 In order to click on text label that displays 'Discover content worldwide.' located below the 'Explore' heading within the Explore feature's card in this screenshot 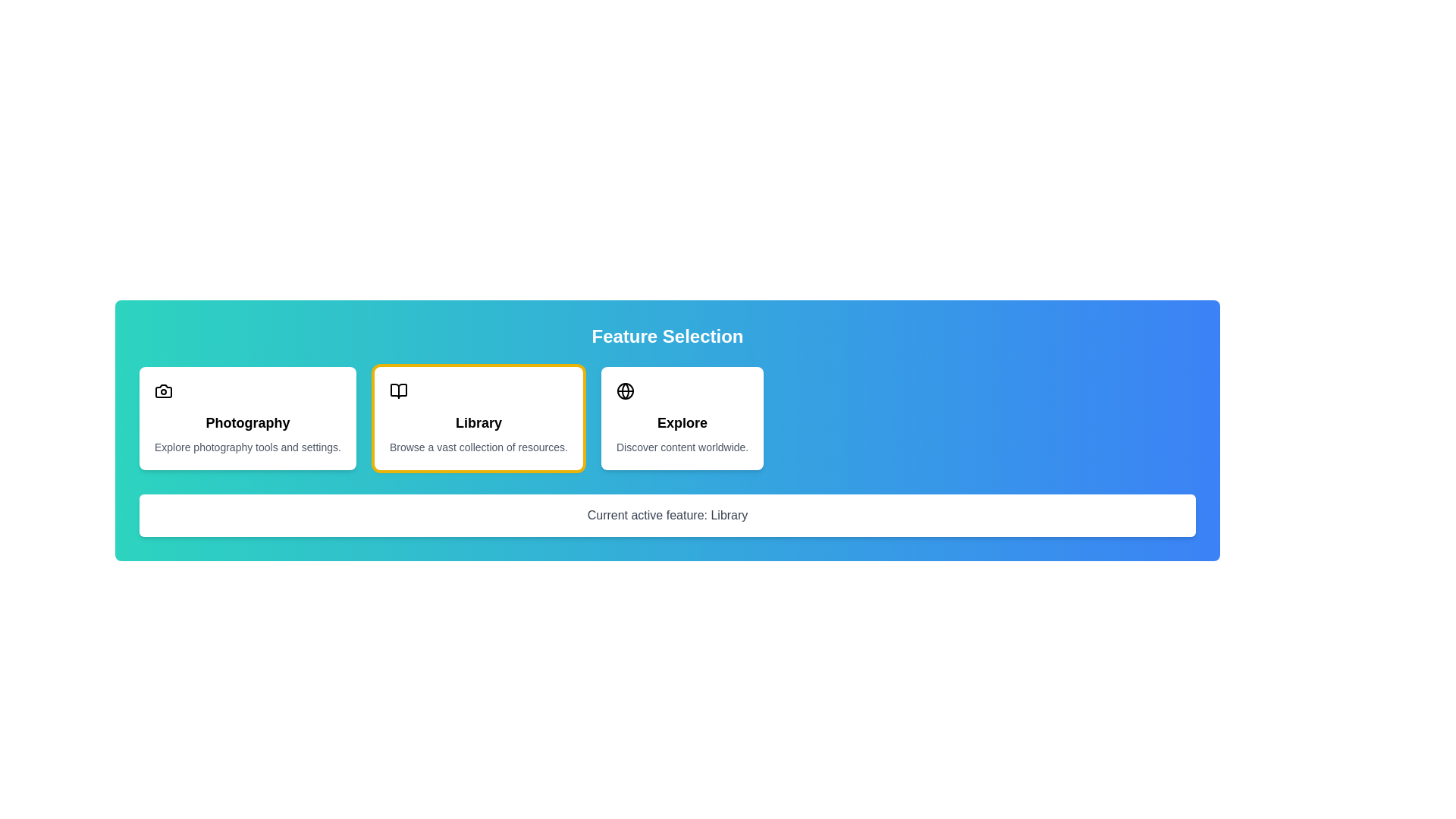, I will do `click(682, 447)`.